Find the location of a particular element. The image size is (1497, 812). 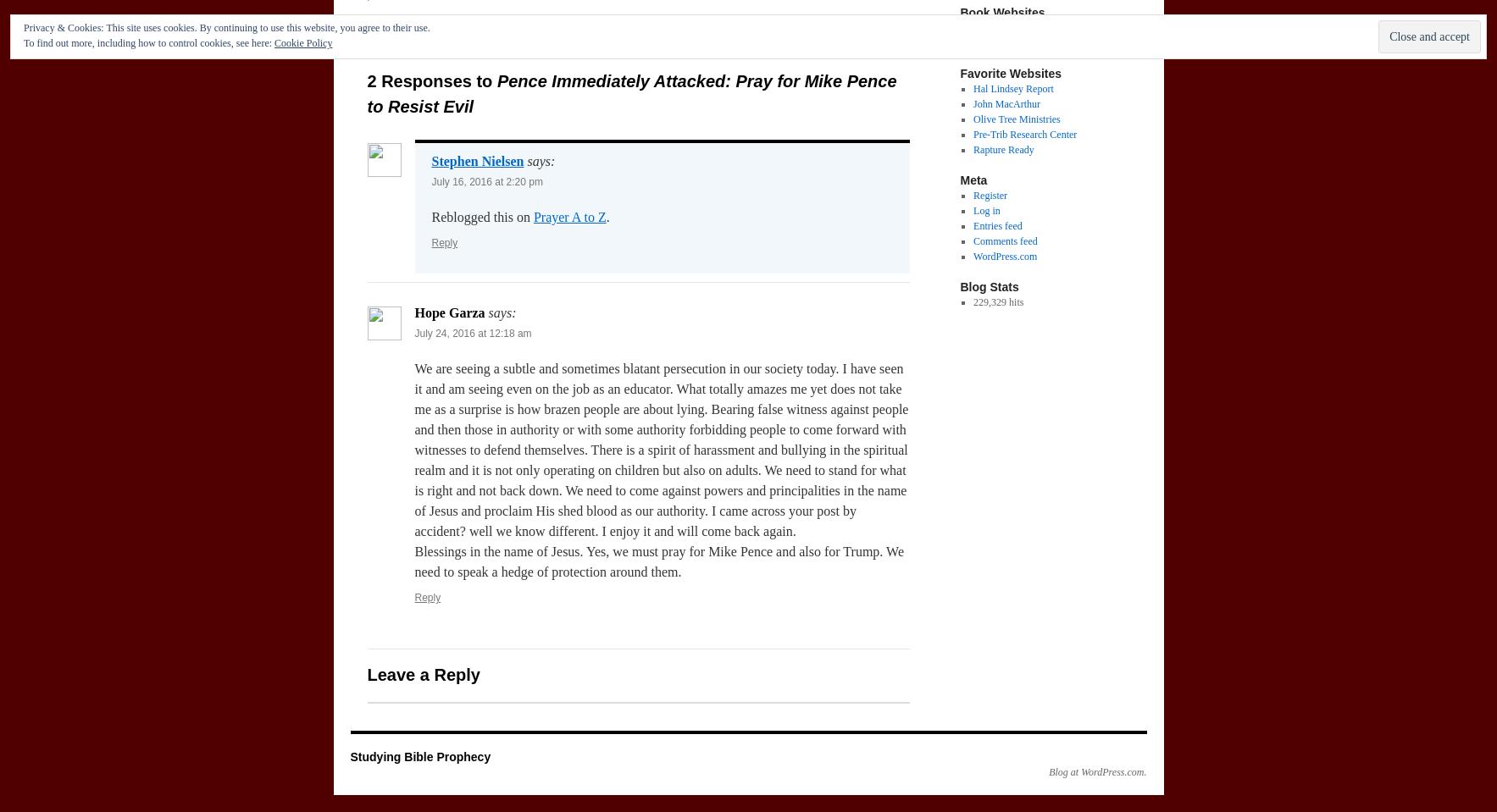

'Meta' is located at coordinates (973, 180).